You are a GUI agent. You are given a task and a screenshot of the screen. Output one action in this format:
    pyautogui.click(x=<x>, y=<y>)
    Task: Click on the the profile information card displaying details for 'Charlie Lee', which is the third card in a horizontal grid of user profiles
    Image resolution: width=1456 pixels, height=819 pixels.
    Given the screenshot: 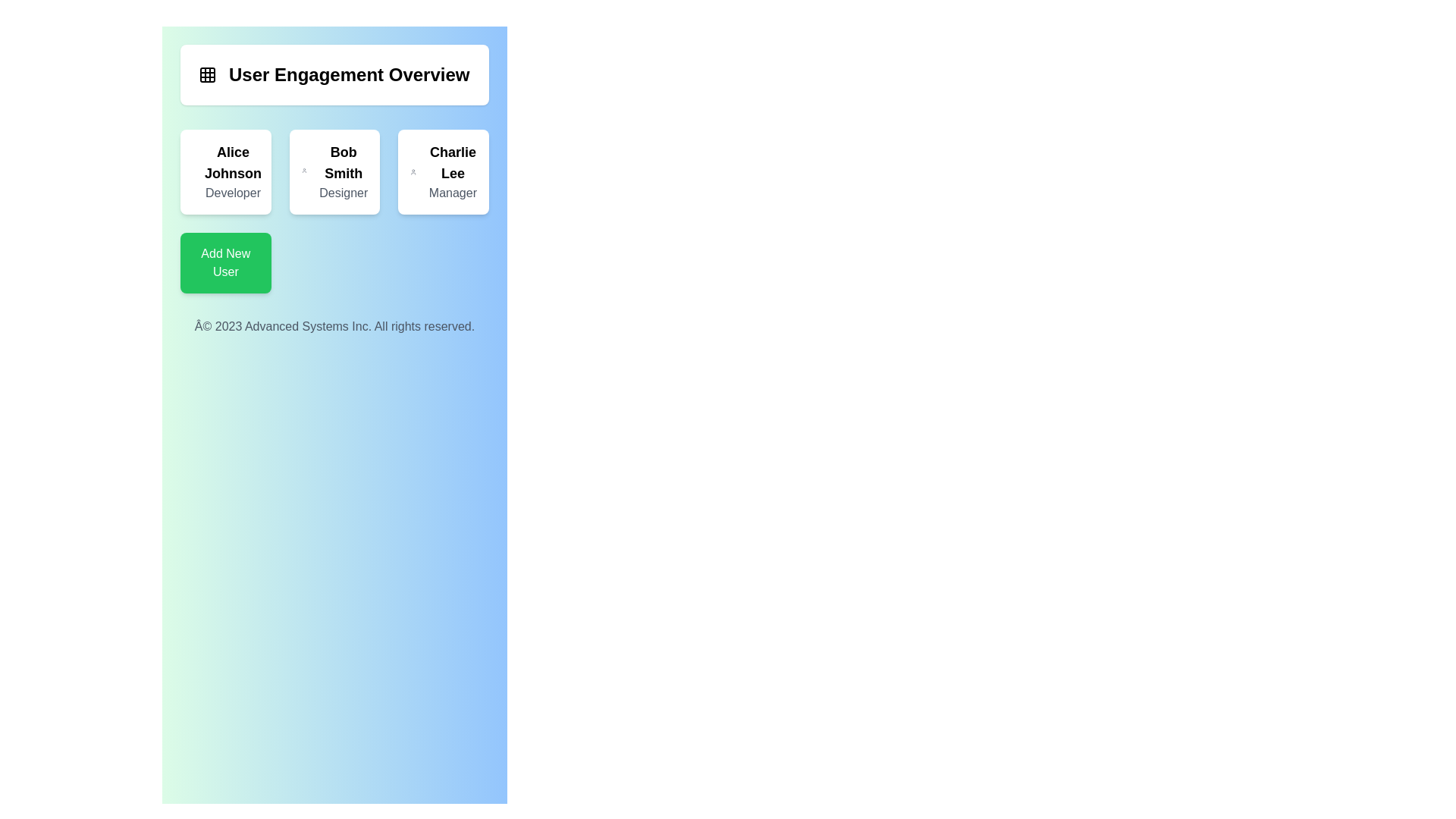 What is the action you would take?
    pyautogui.click(x=443, y=171)
    